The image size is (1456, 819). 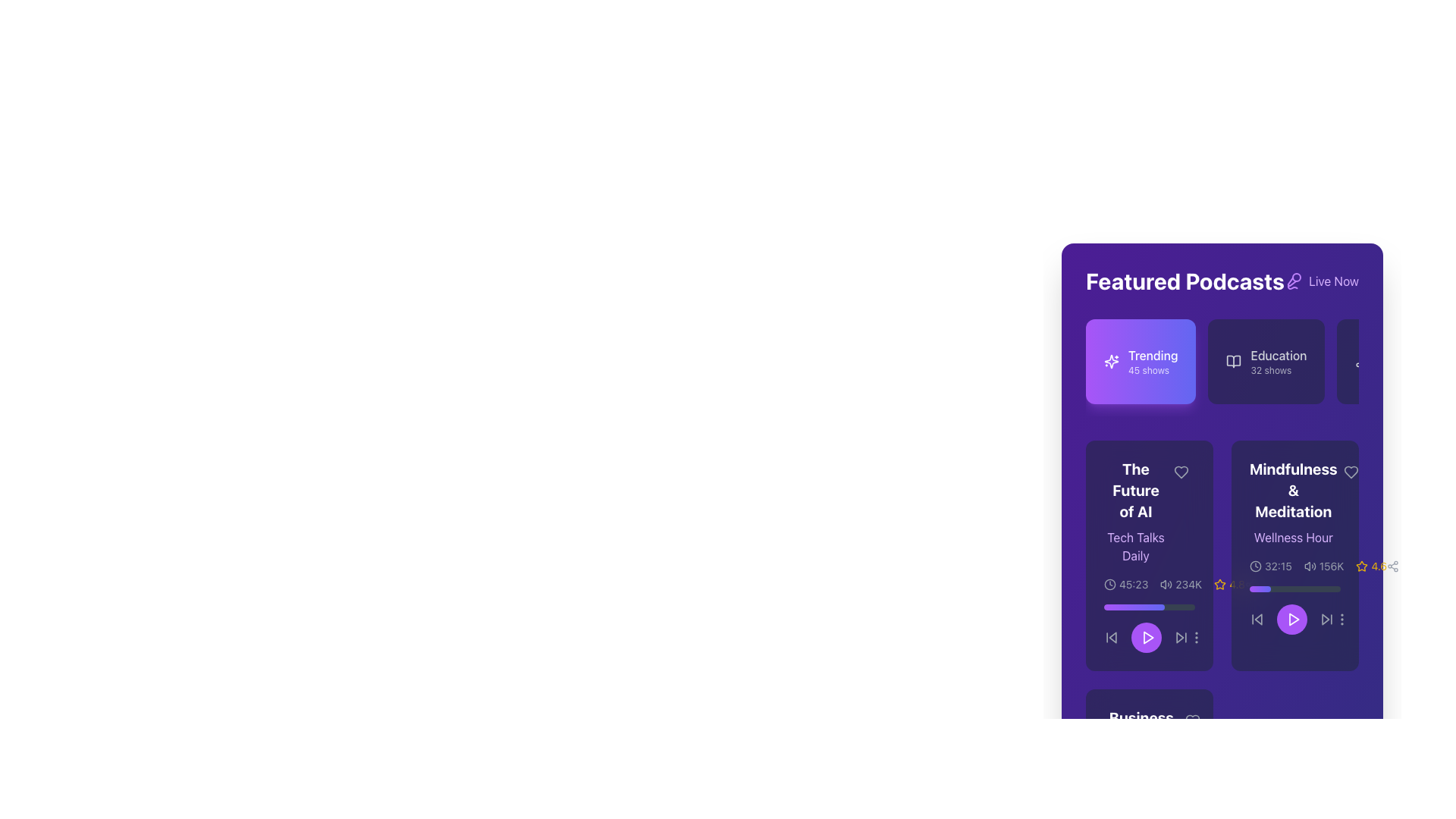 I want to click on the hollow heart icon button located at the top-right corner of the 'Mindfulness & Meditation' card to mark it as favorite, so click(x=1351, y=472).